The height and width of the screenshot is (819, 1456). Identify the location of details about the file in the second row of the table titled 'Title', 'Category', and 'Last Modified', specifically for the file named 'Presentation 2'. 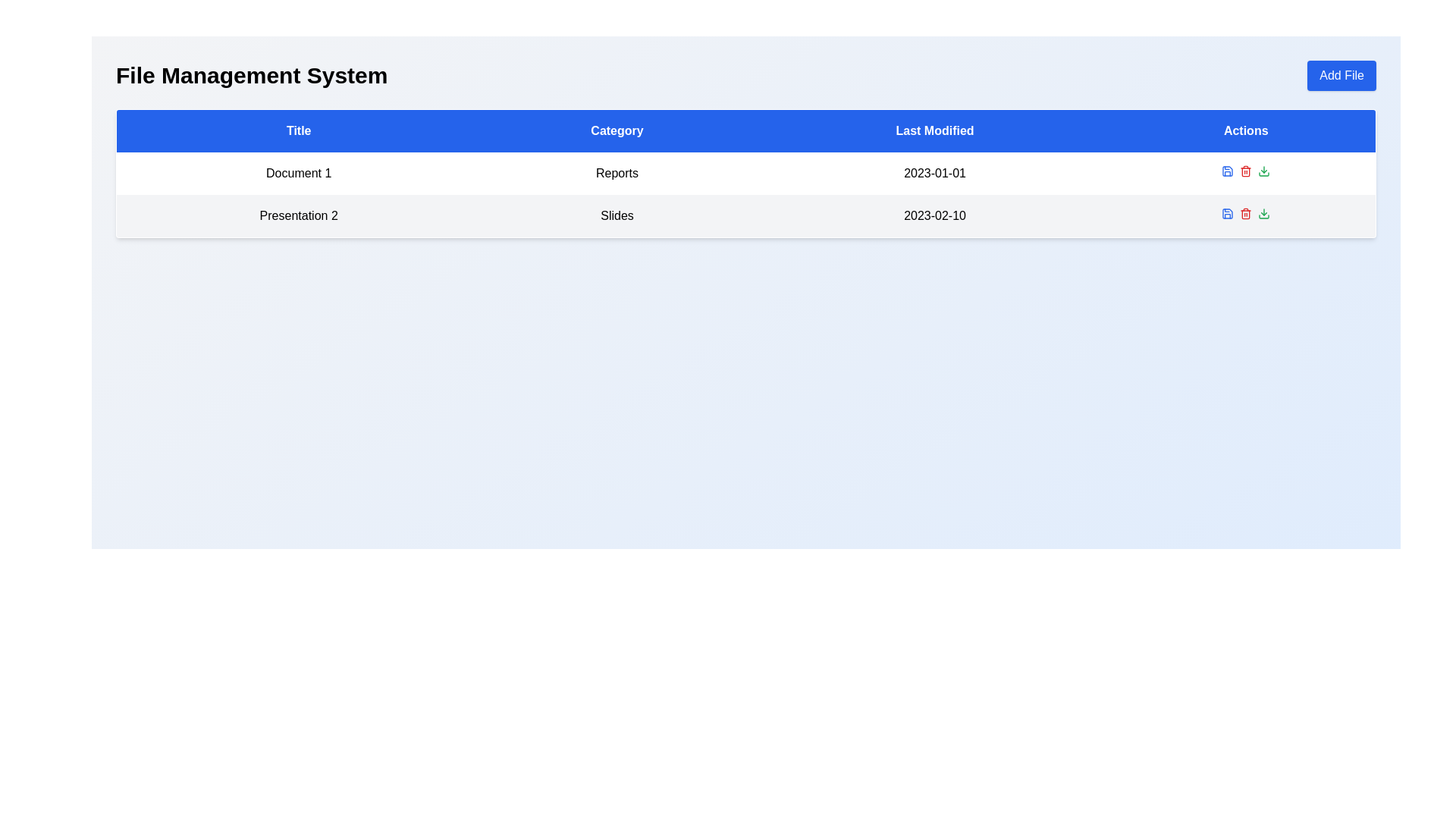
(745, 216).